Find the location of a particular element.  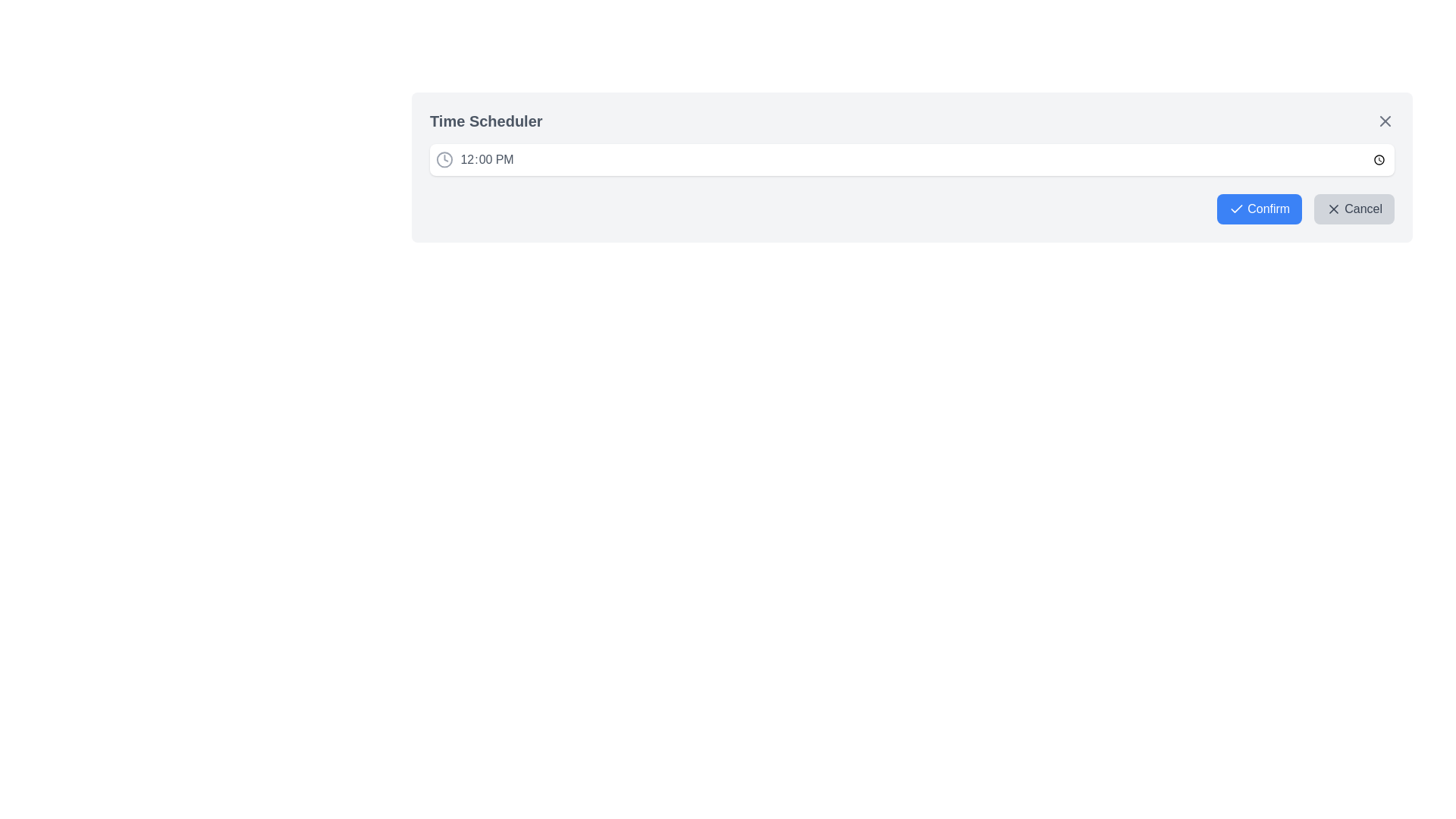

the second button from the left in the button group at the bottom right of the interface is located at coordinates (1260, 209).